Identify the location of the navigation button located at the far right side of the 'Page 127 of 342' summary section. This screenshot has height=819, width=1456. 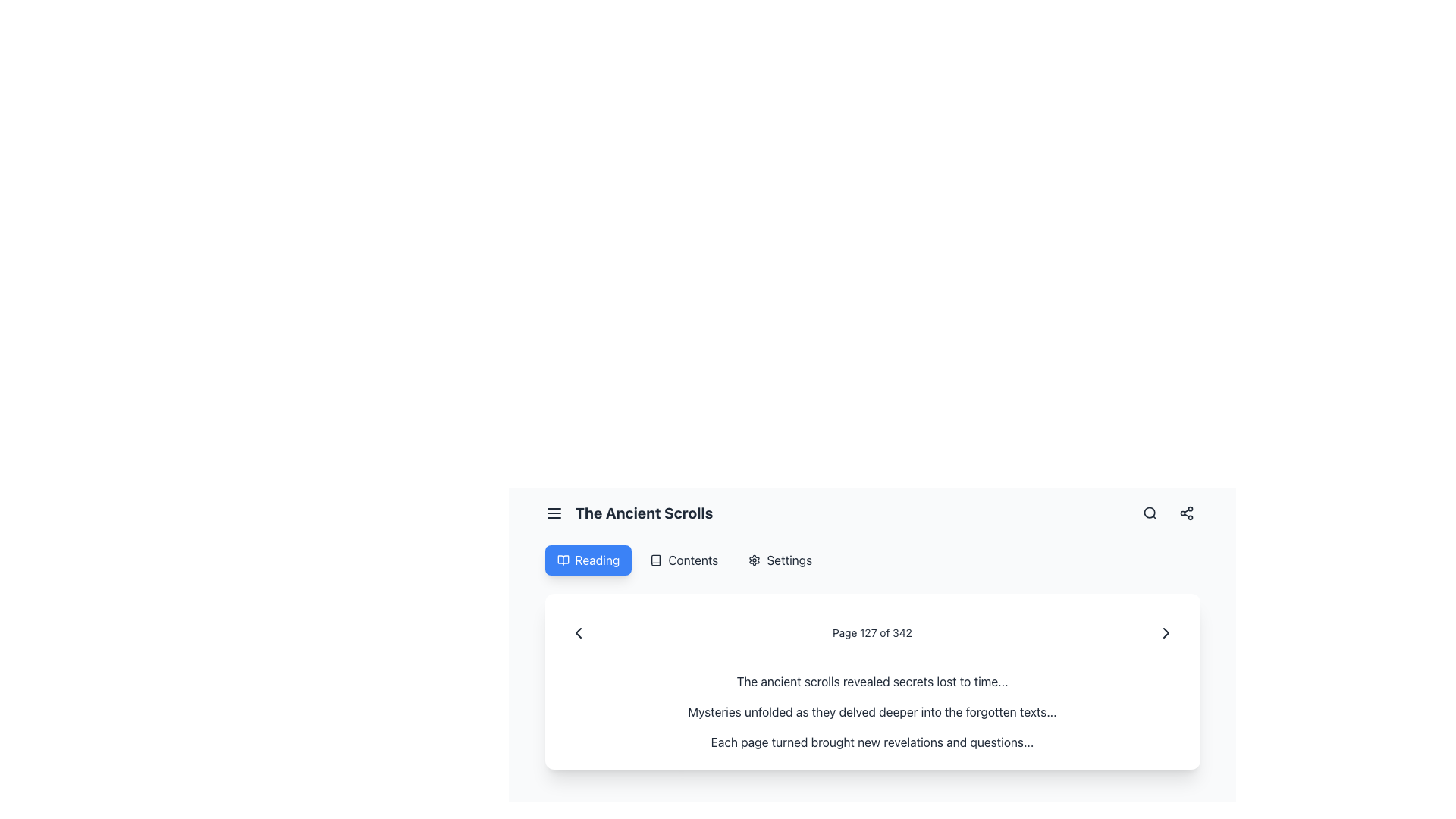
(1166, 632).